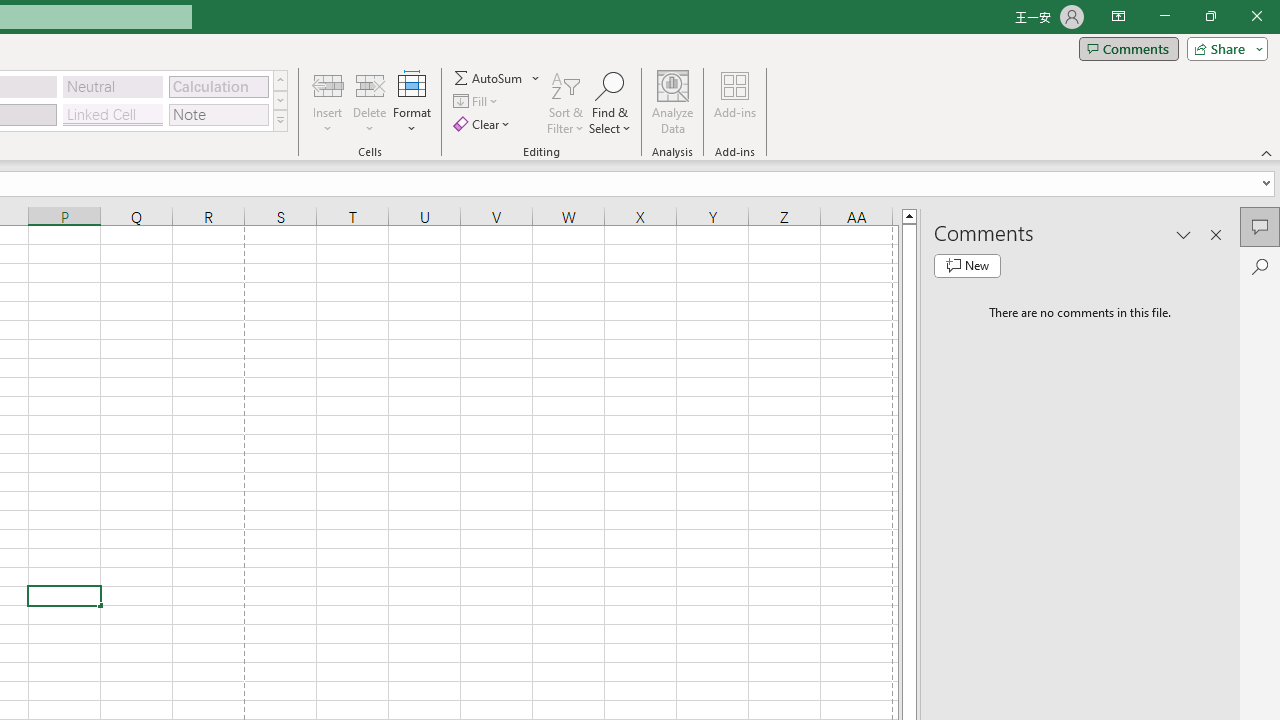 The height and width of the screenshot is (720, 1280). What do you see at coordinates (1164, 16) in the screenshot?
I see `'Minimize'` at bounding box center [1164, 16].